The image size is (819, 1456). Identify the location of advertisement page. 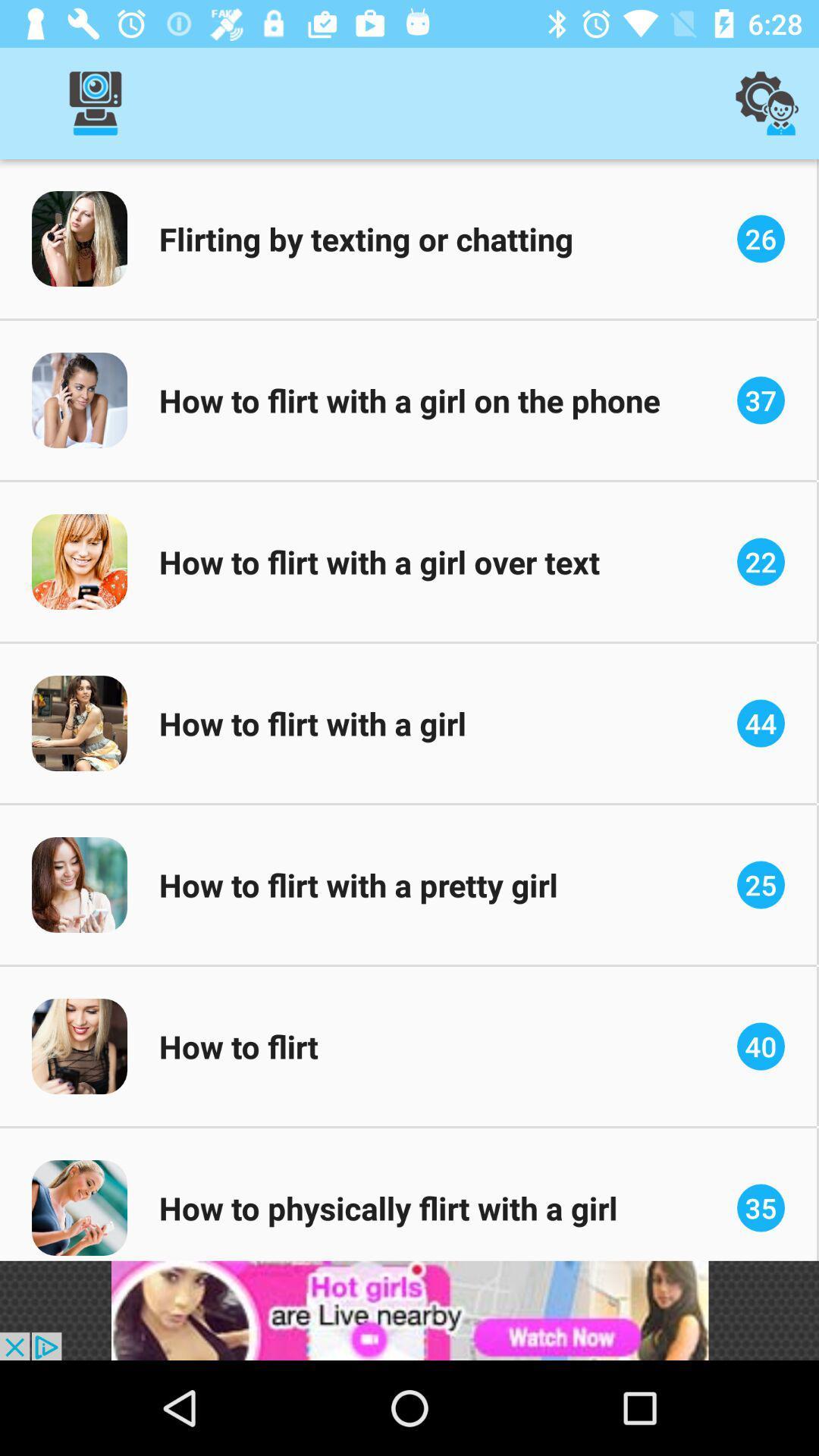
(409, 1310).